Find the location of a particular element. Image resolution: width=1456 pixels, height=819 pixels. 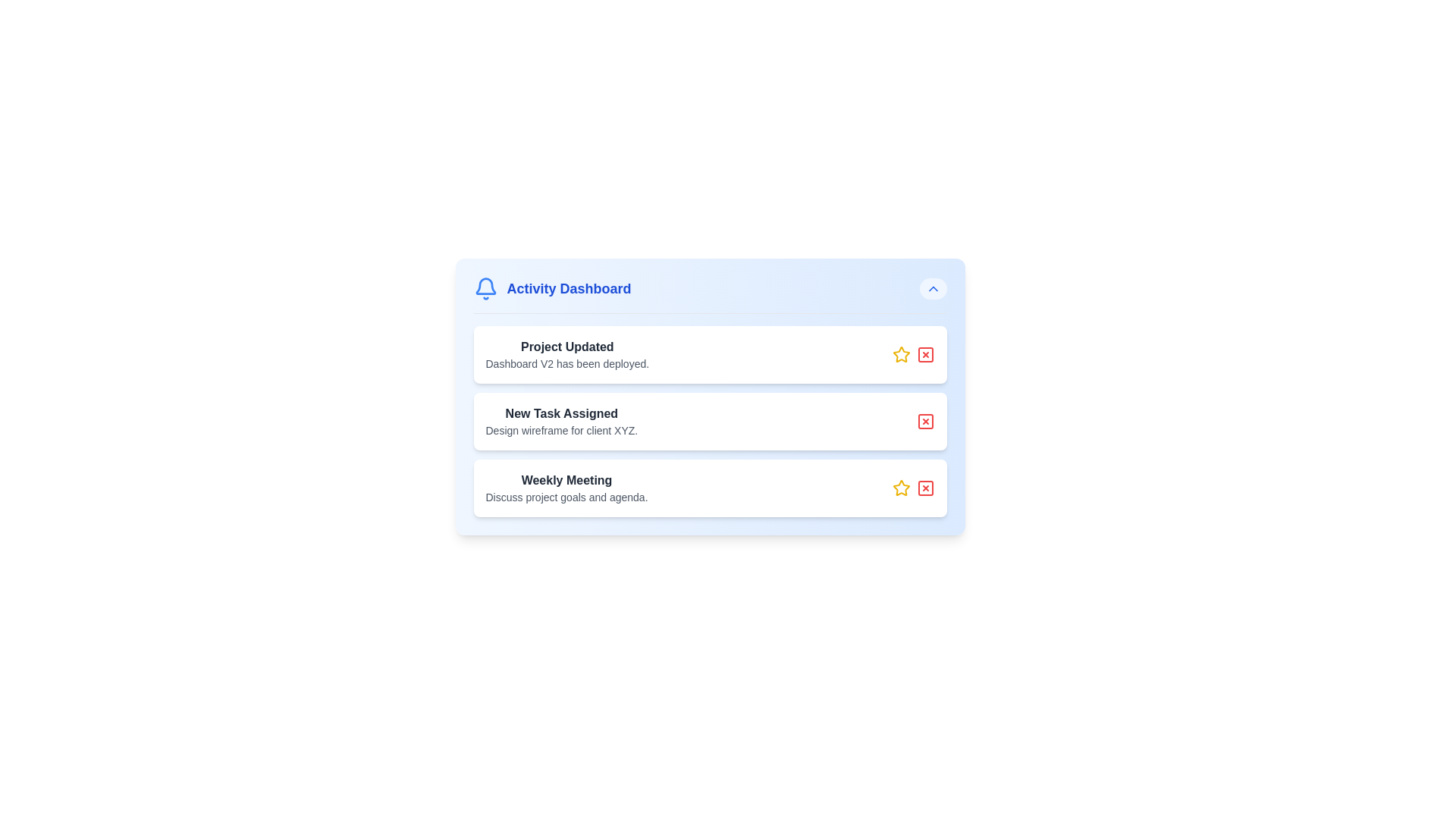

the icon group containing a yellow star and a red close button next to the message 'Project Updated Dashboard V2 has been deployed' is located at coordinates (912, 354).